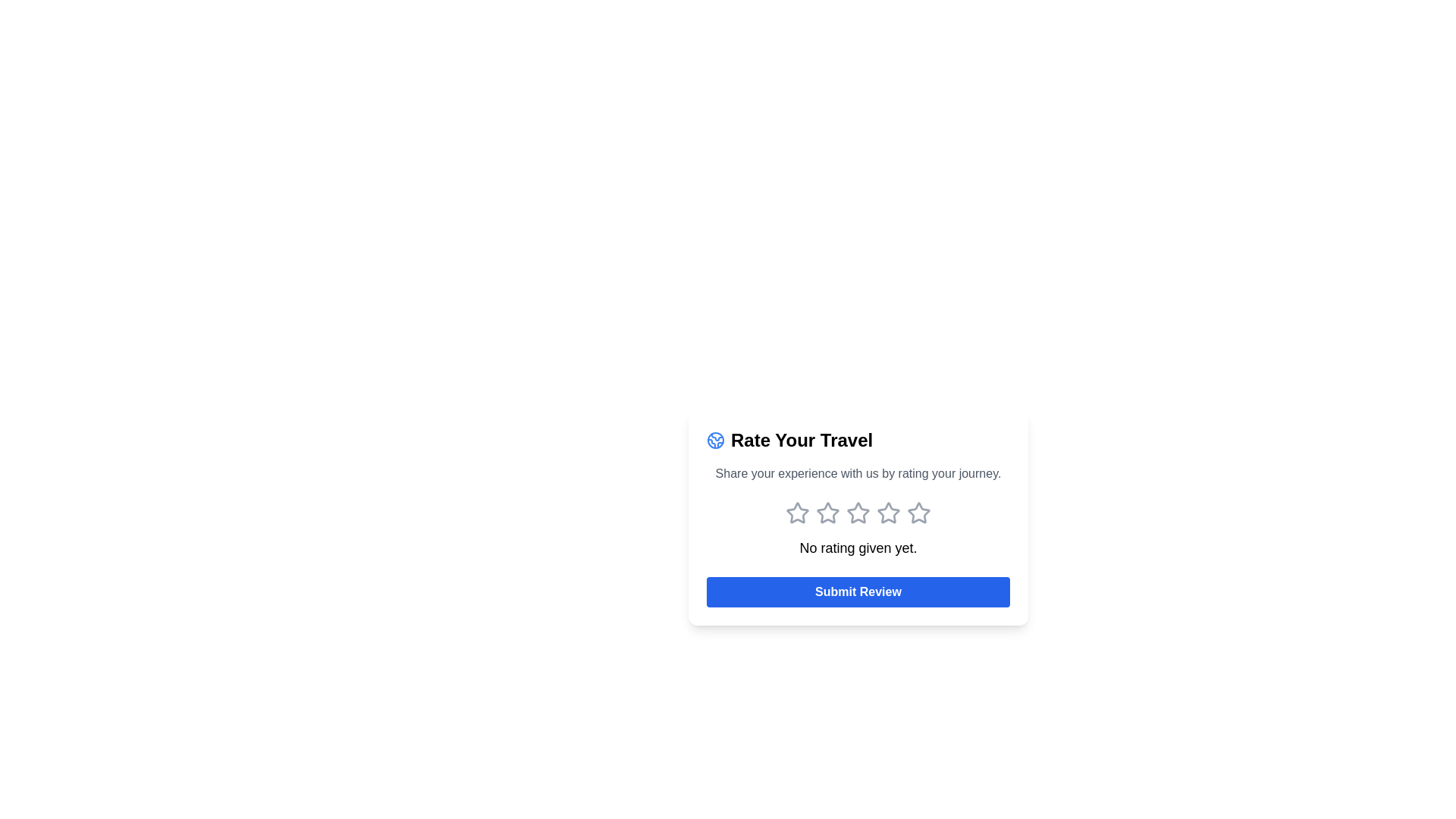  Describe the element at coordinates (918, 513) in the screenshot. I see `the fifth star icon in the rating widget to assign a maximum rating of 5 stars` at that location.